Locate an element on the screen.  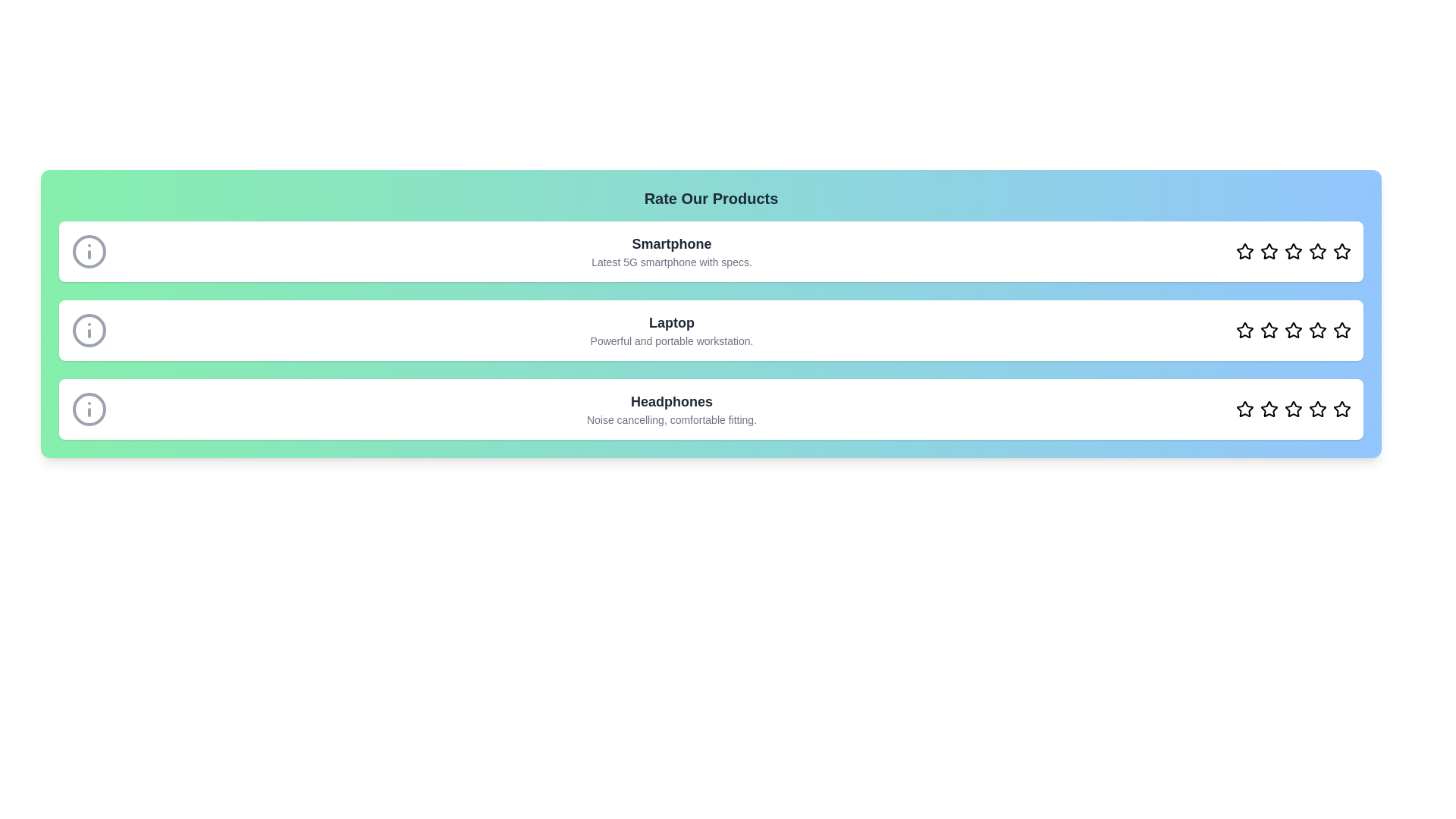
the 'Laptop' text label is located at coordinates (671, 322).